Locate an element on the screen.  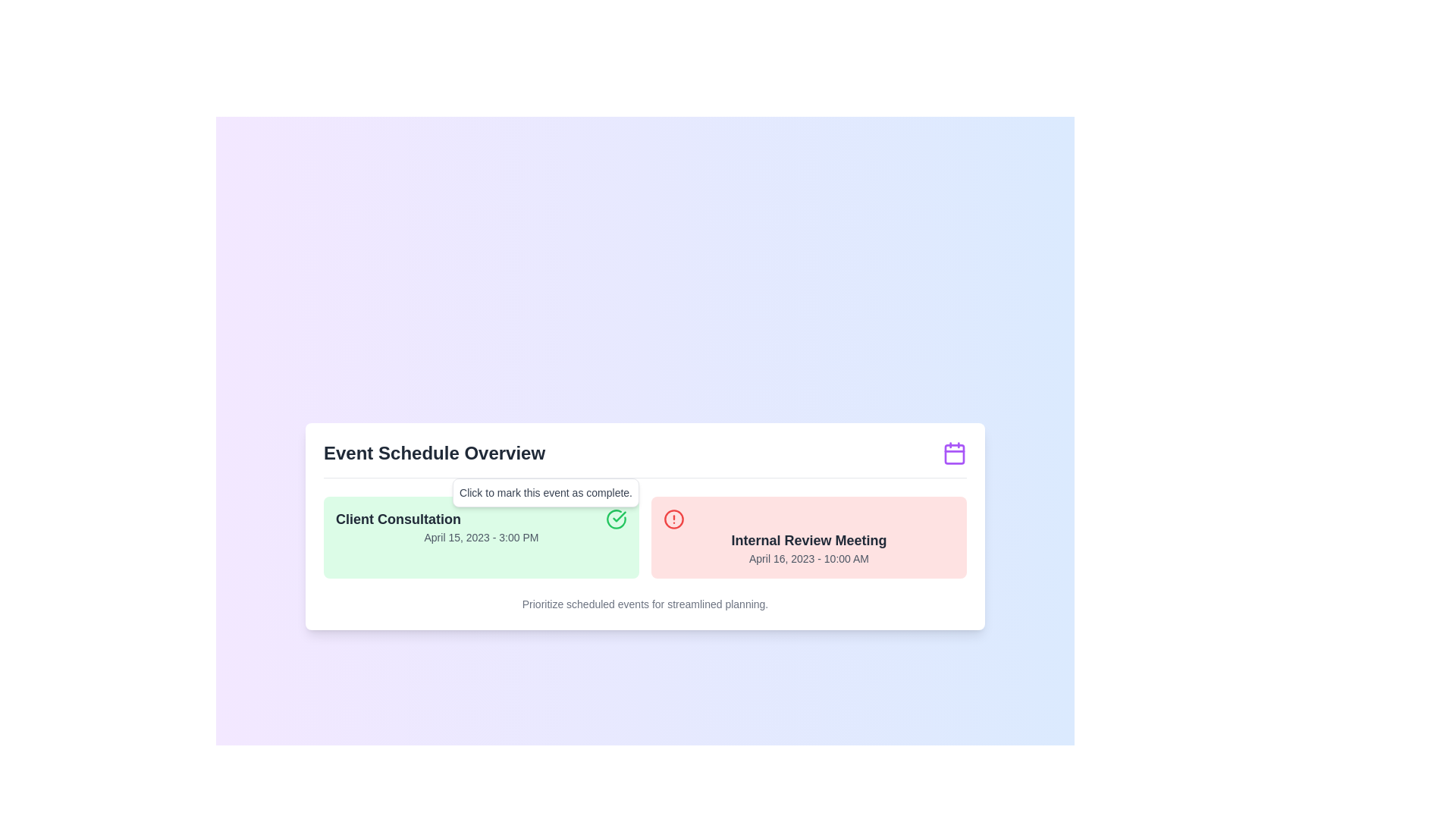
the tooltip that provides additional information about the 'mark as complete' functionality in the 'Client Consultation' card is located at coordinates (546, 492).